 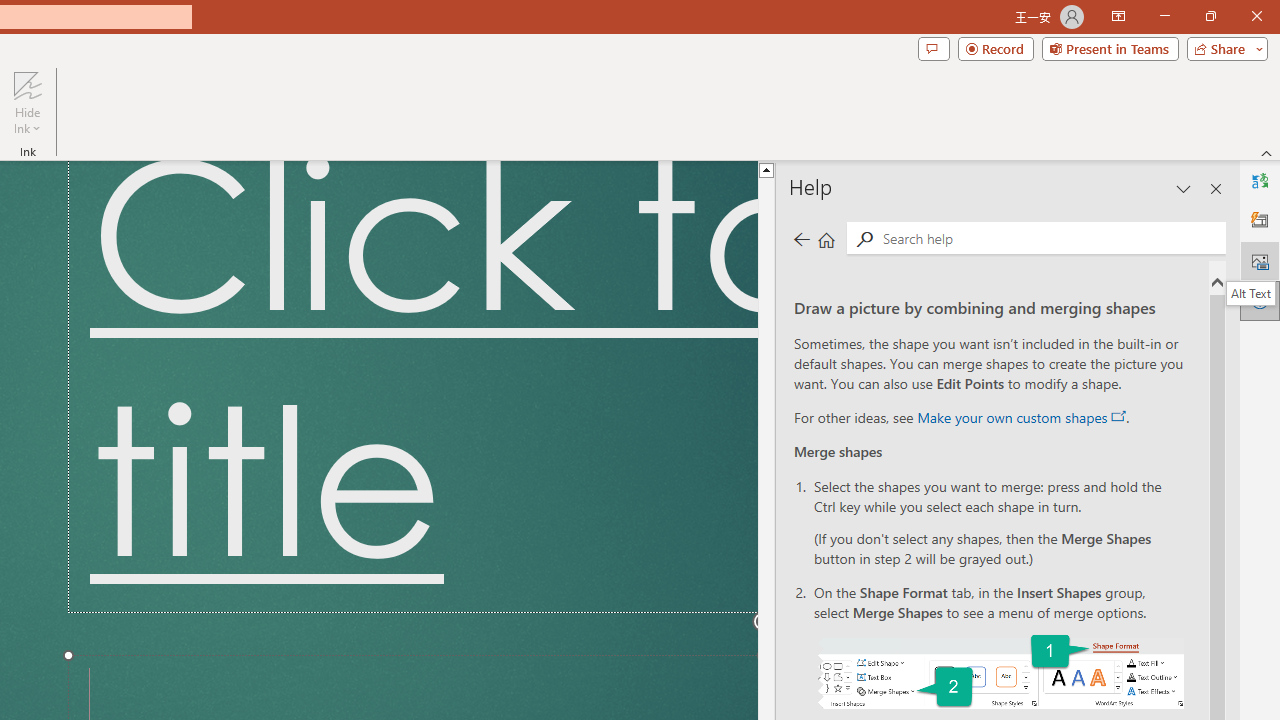 What do you see at coordinates (1164, 16) in the screenshot?
I see `'Minimize'` at bounding box center [1164, 16].